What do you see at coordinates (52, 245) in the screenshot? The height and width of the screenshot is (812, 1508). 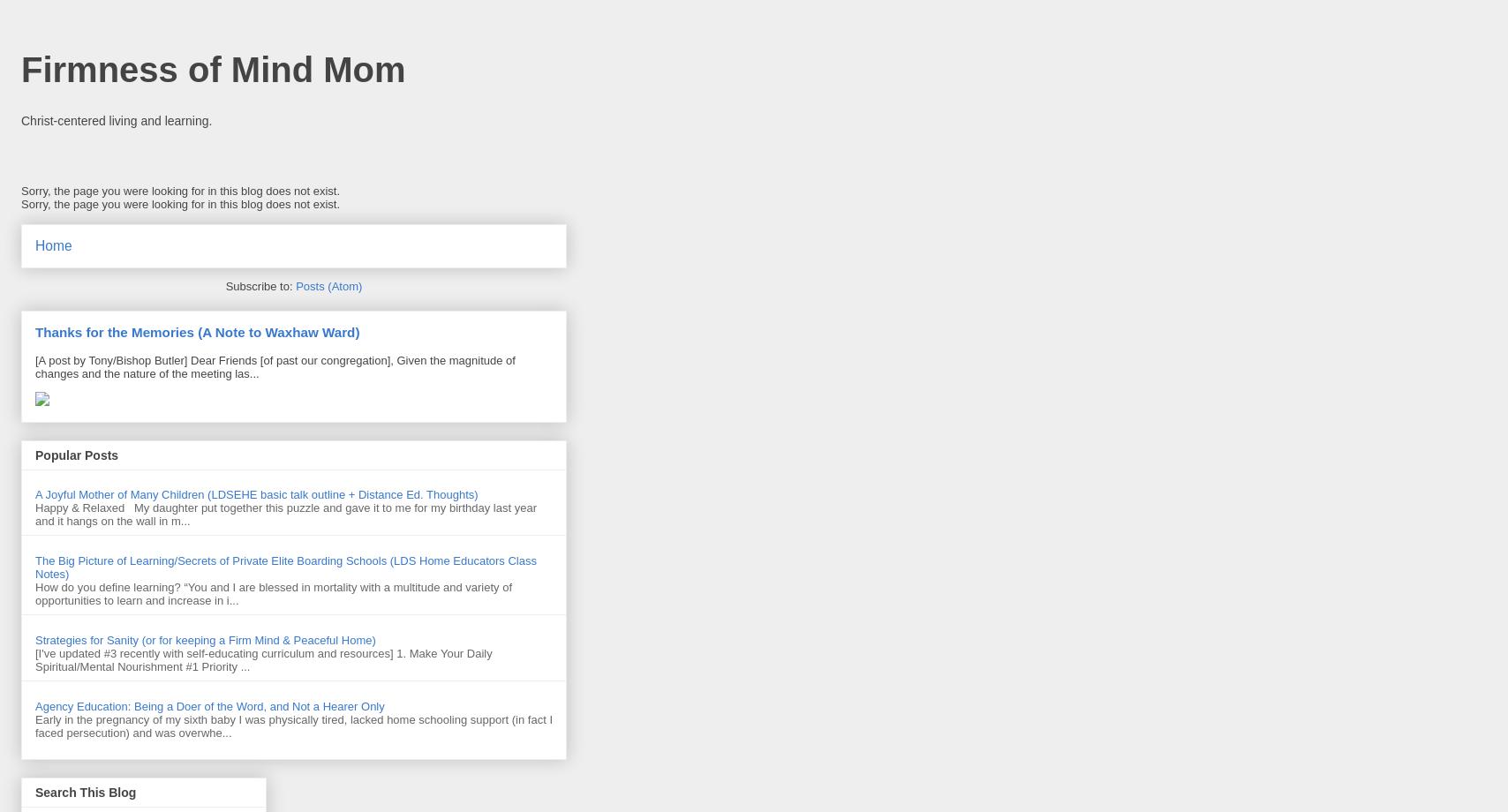 I see `'Home'` at bounding box center [52, 245].